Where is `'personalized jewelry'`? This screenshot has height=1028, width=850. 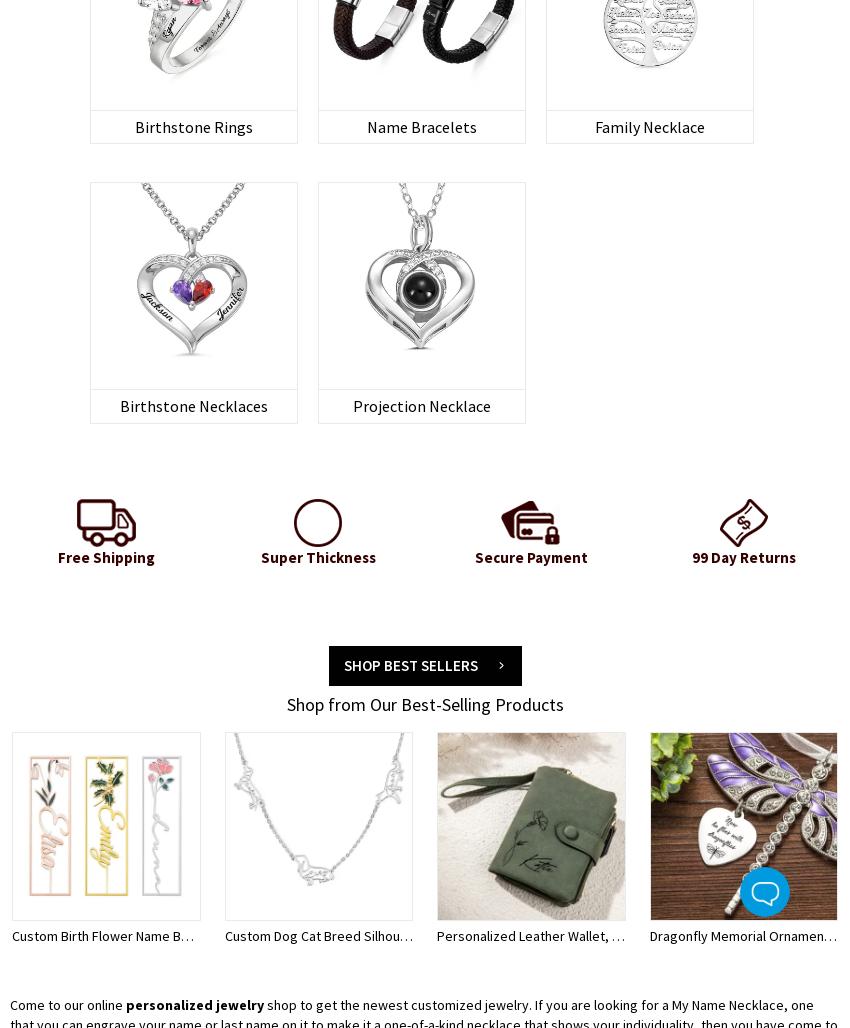
'personalized jewelry' is located at coordinates (193, 1003).